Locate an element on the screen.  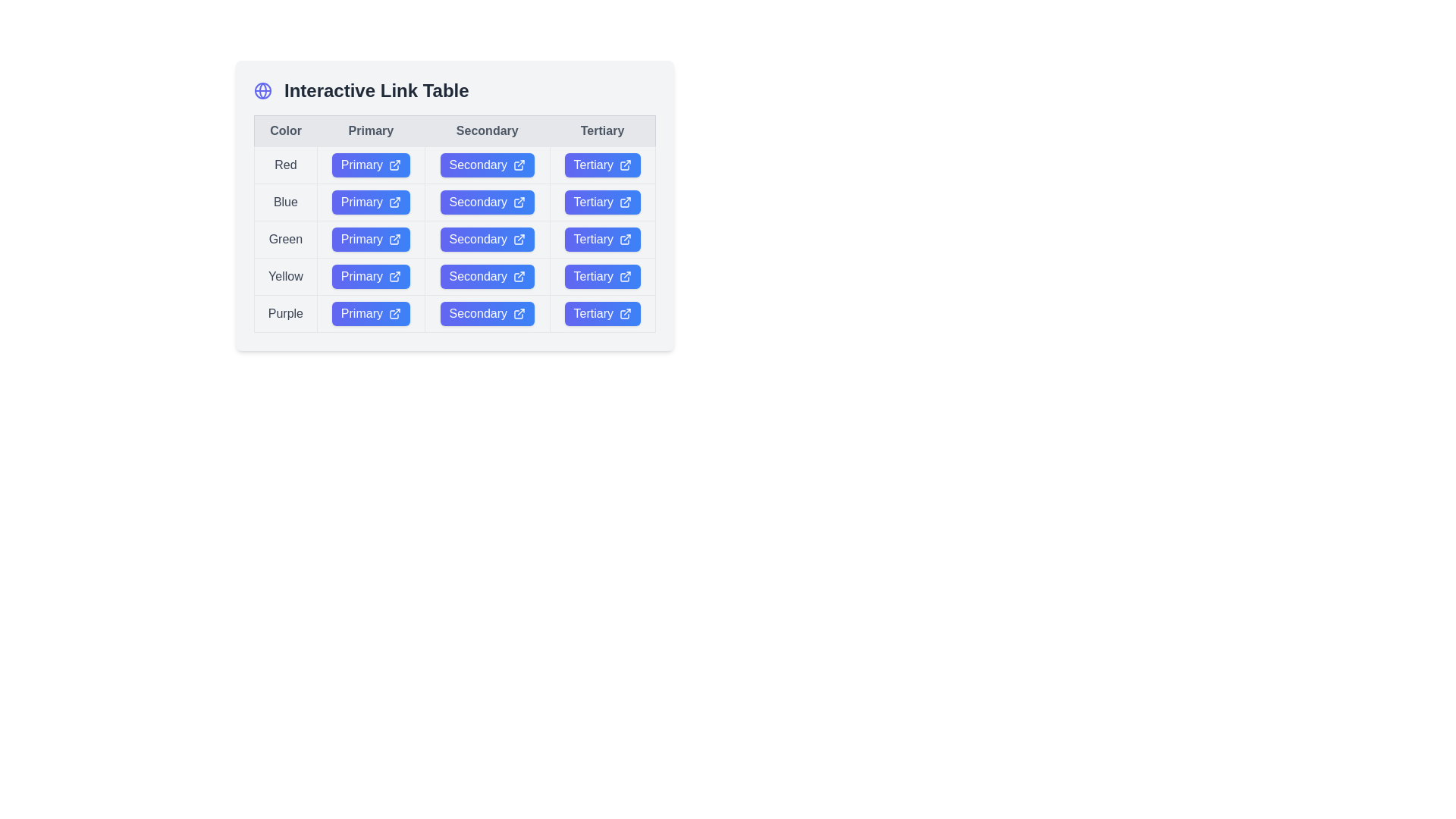
the 'Secondary' button located is located at coordinates (487, 165).